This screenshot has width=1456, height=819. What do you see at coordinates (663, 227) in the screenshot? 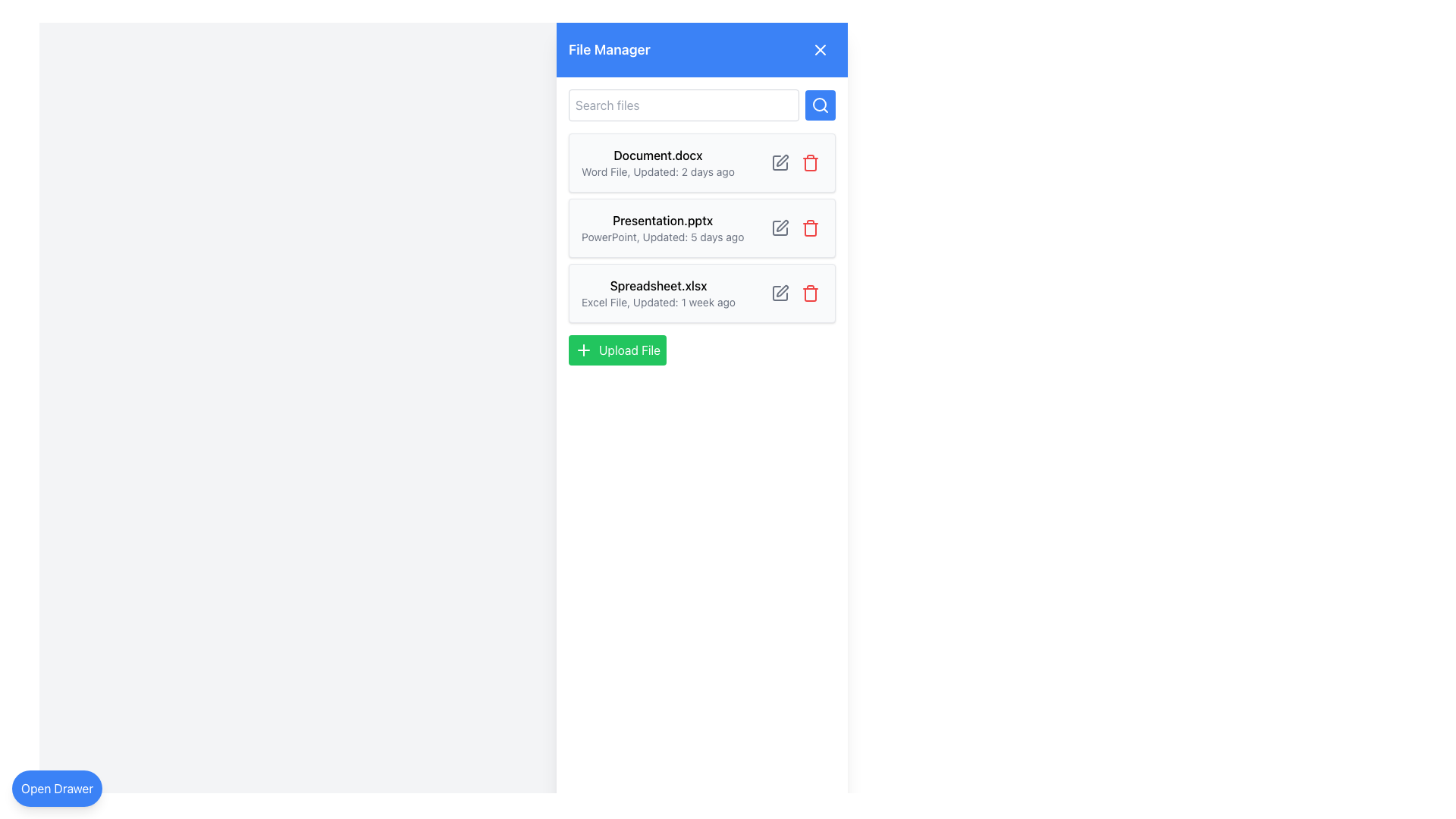
I see `the Text label displaying 'Presentation.pptx' in the File Manager interface, located between 'Document.docx' and 'Spreadsheet.xlsx'` at bounding box center [663, 227].